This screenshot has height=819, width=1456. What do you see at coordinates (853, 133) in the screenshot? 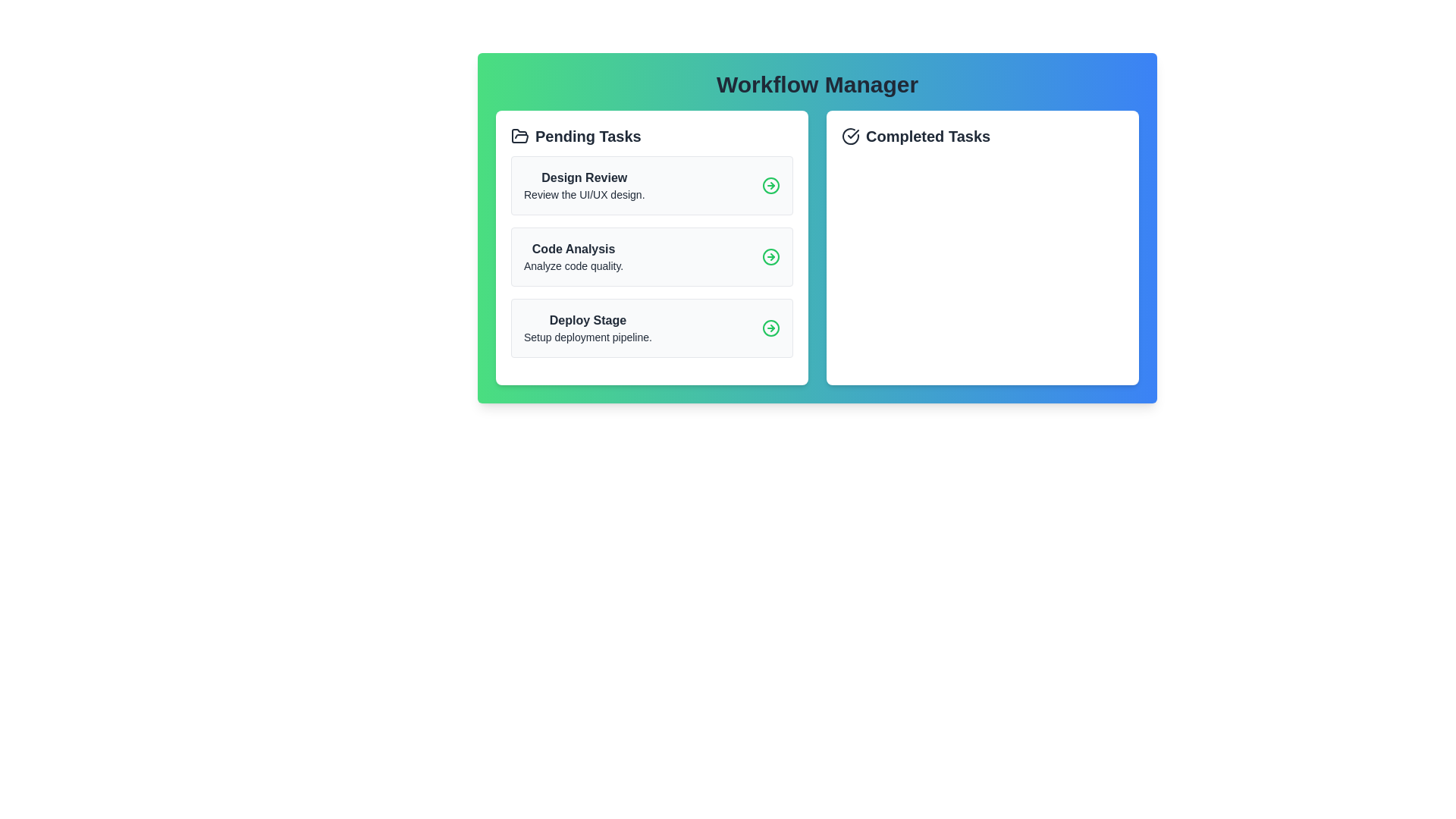
I see `the checkmark element within the circular indicator icon located next to 'Completed Tasks' in the 'Workflow Manager' interface` at bounding box center [853, 133].